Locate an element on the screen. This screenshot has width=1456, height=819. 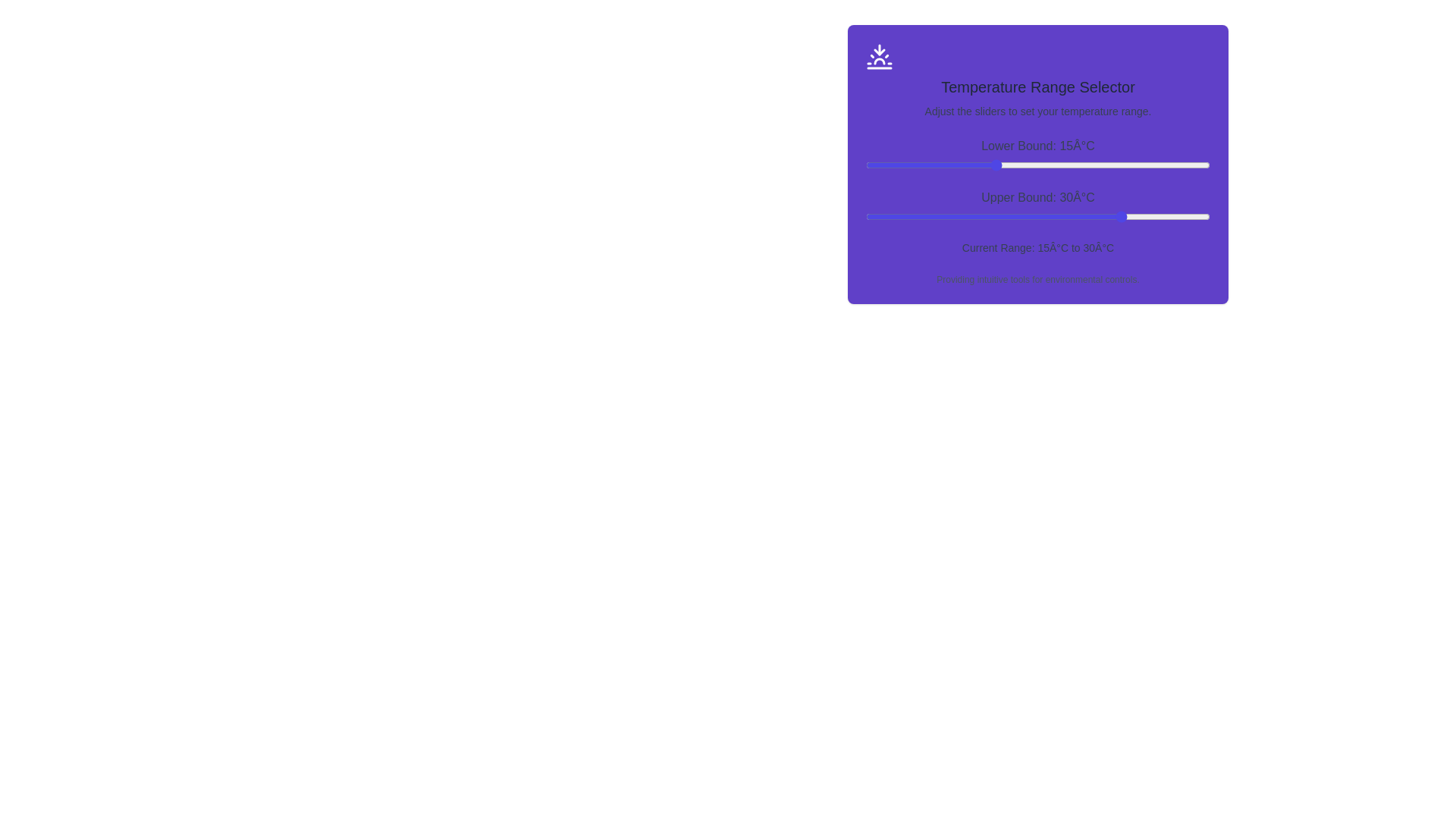
the lower bound slider to 19°C is located at coordinates (1029, 165).